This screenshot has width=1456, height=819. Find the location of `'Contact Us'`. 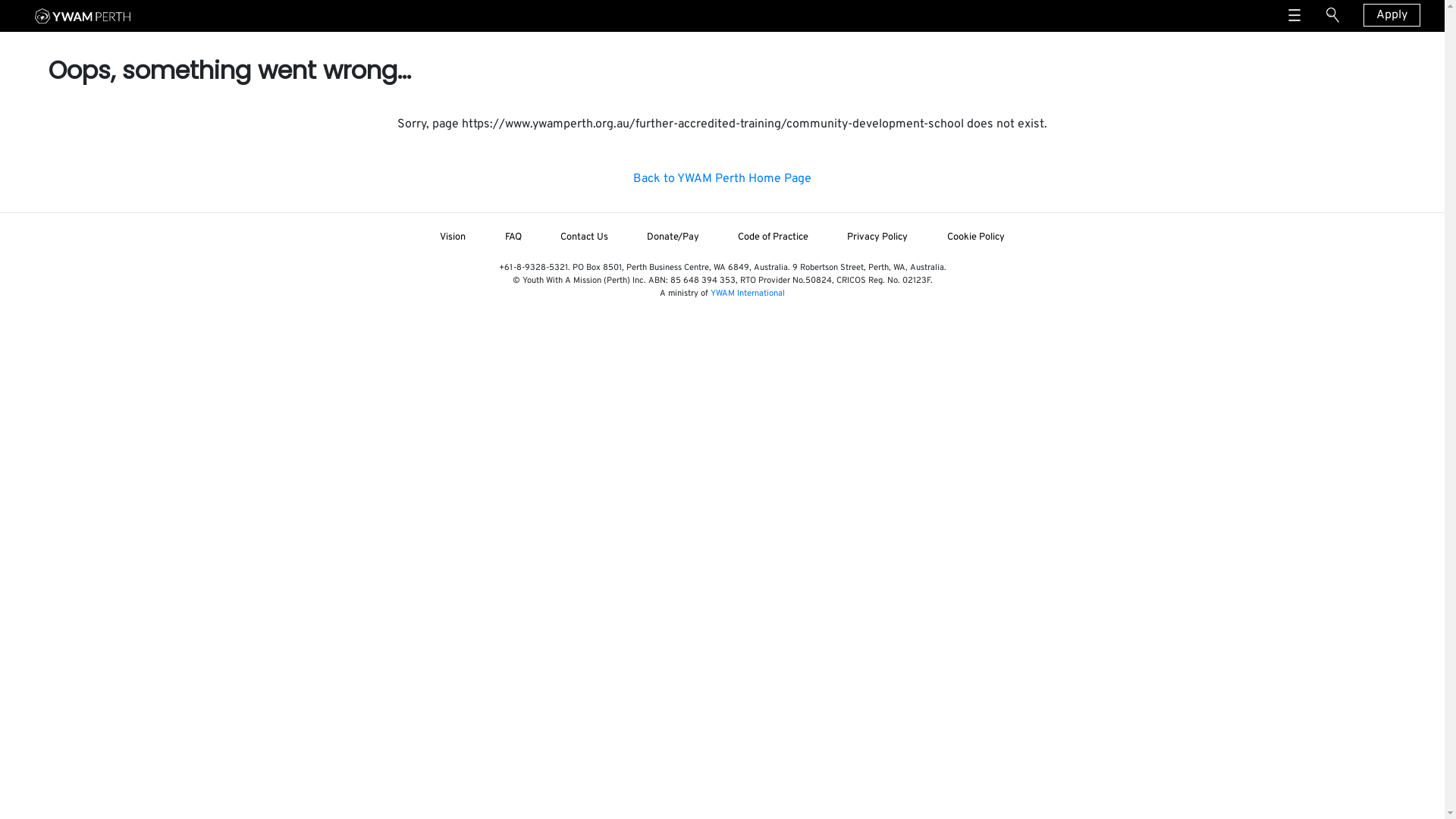

'Contact Us' is located at coordinates (541, 237).